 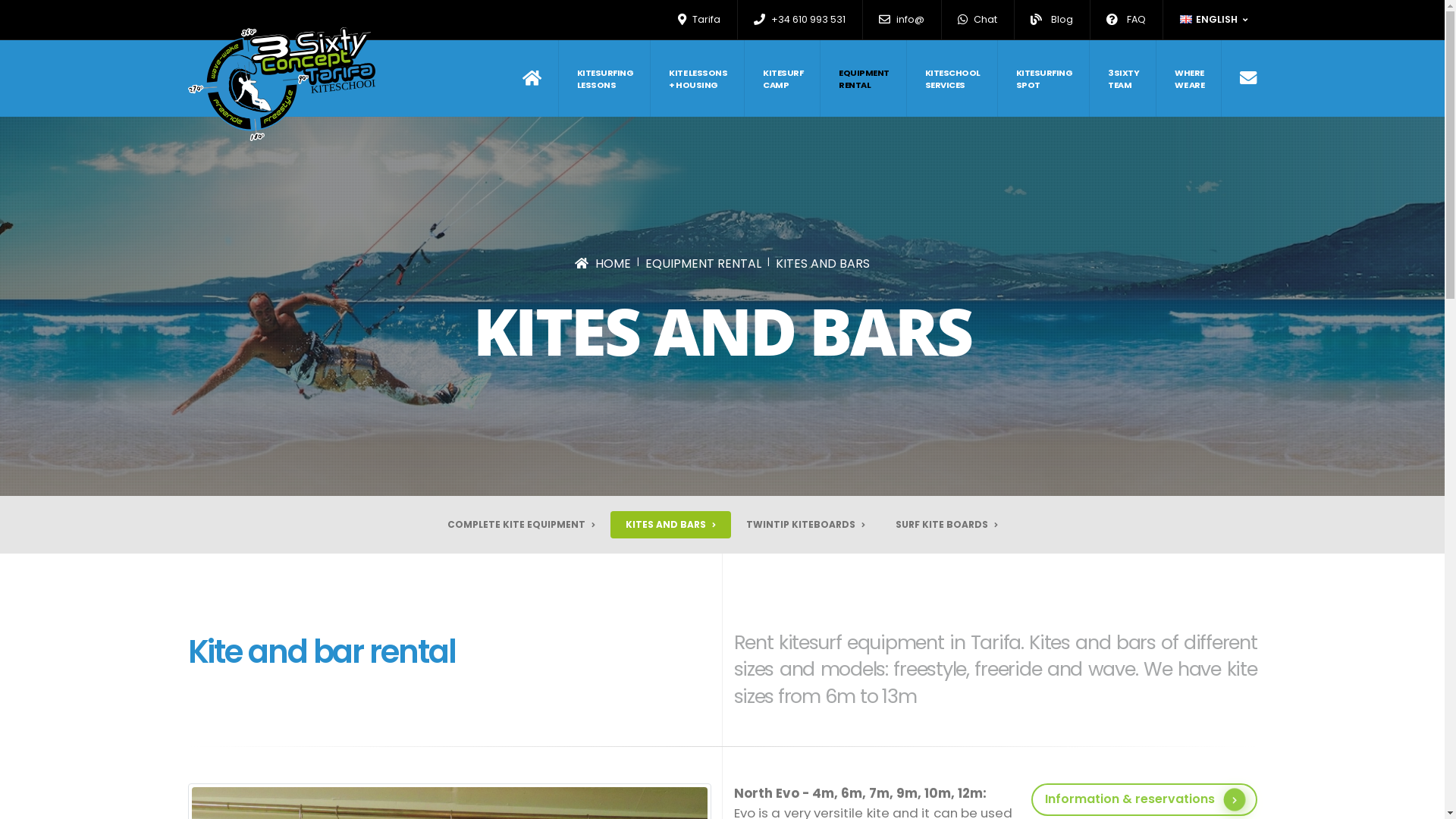 I want to click on 'COMPLETE KITE EQUIPMENT', so click(x=521, y=523).